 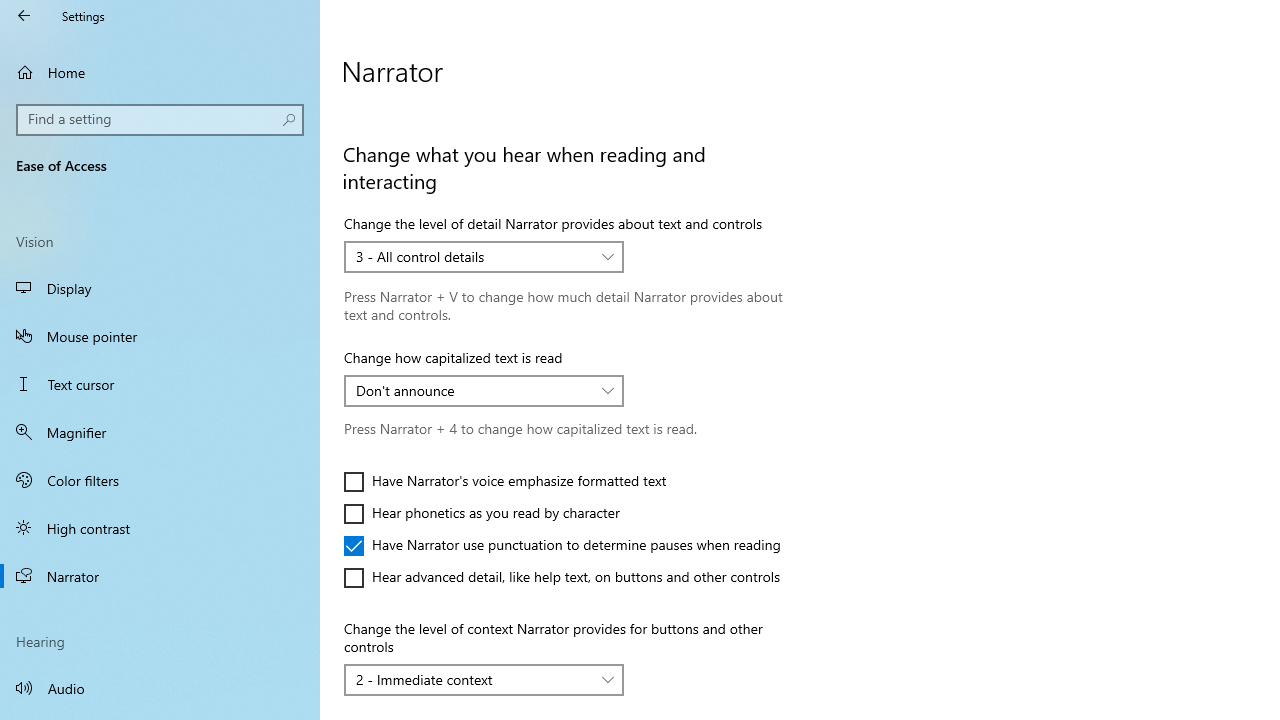 What do you see at coordinates (160, 334) in the screenshot?
I see `'Mouse pointer'` at bounding box center [160, 334].